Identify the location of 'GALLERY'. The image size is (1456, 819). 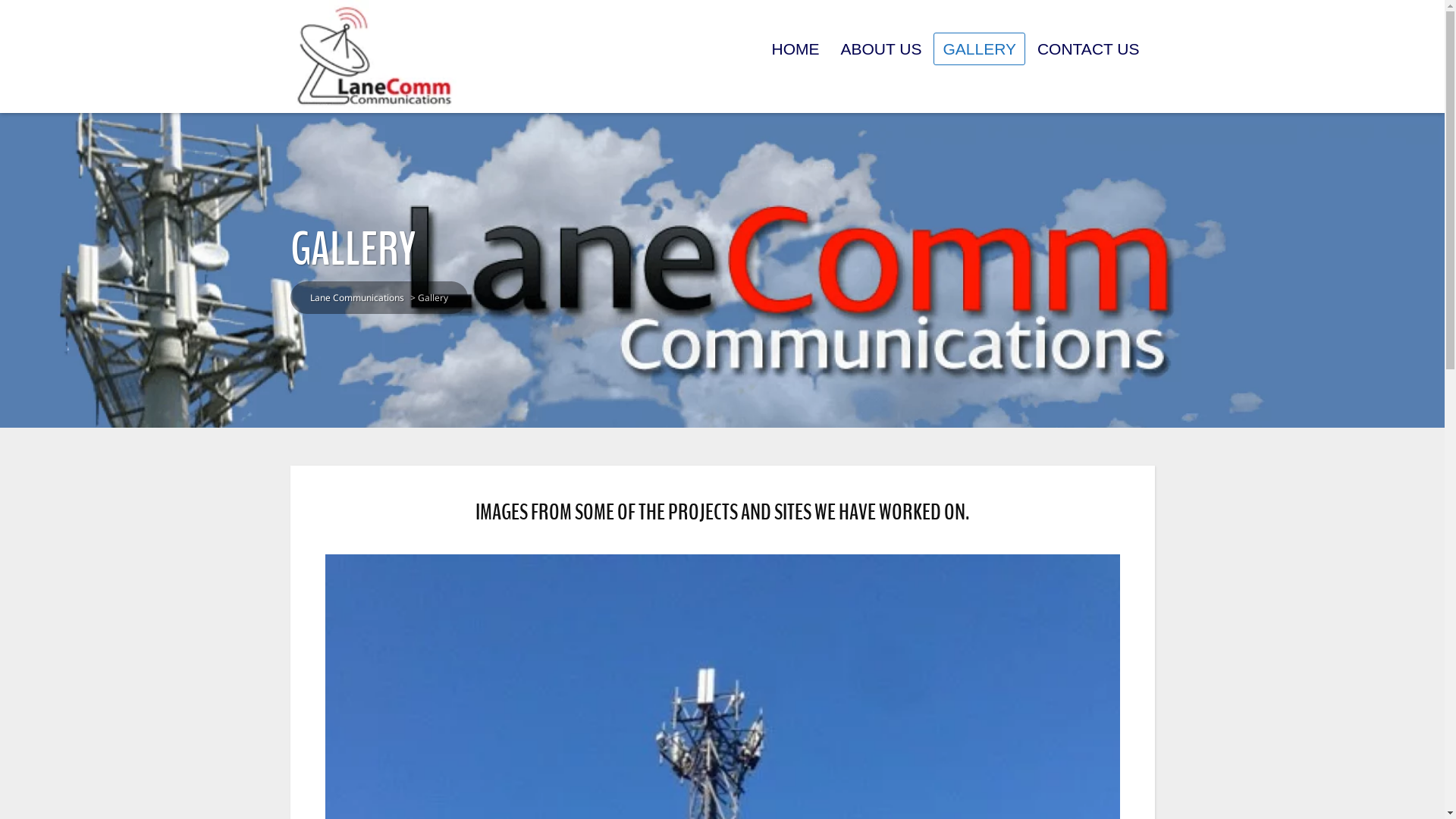
(979, 48).